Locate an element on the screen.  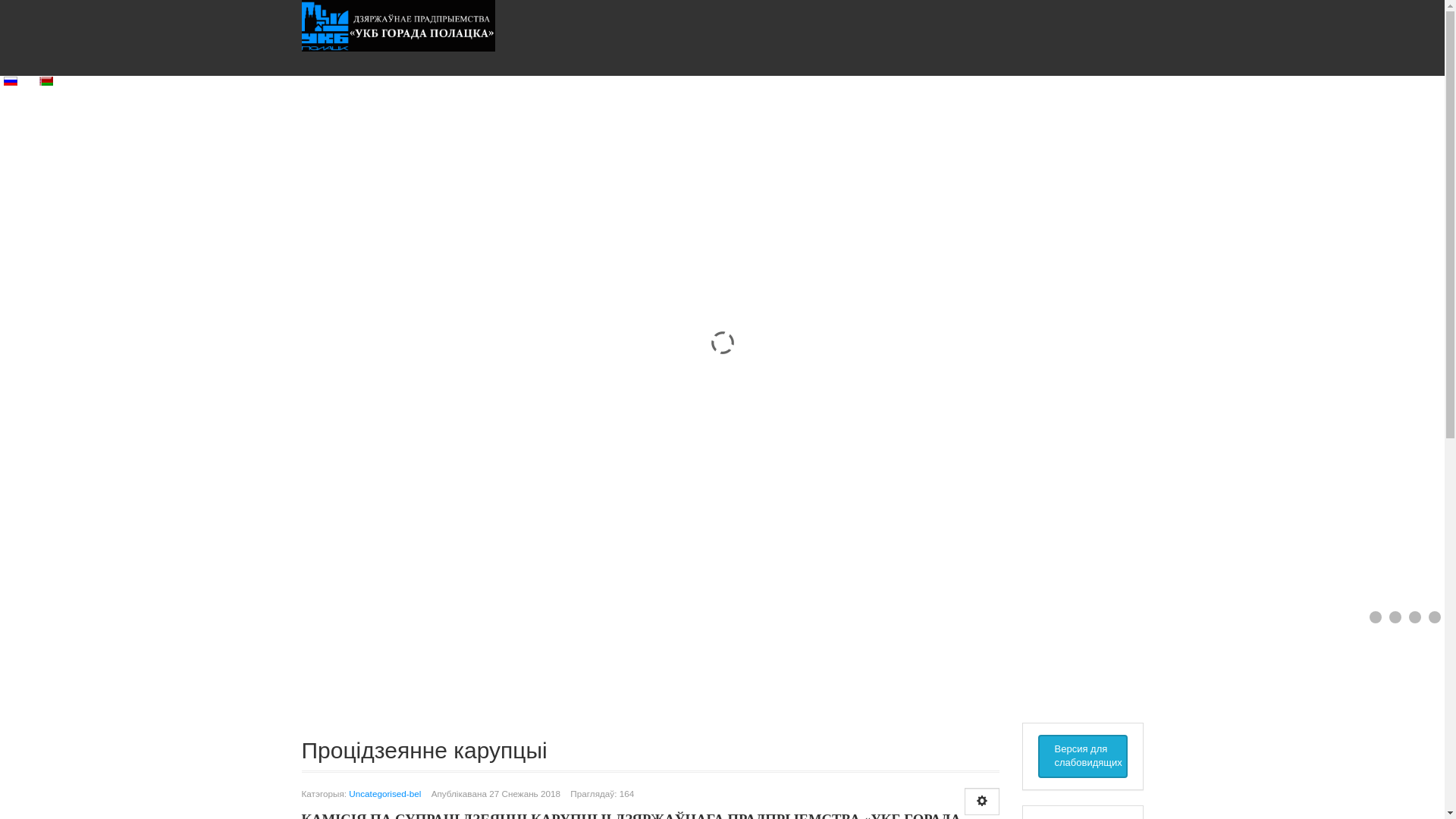
'Uncategorised-bel' is located at coordinates (384, 792).